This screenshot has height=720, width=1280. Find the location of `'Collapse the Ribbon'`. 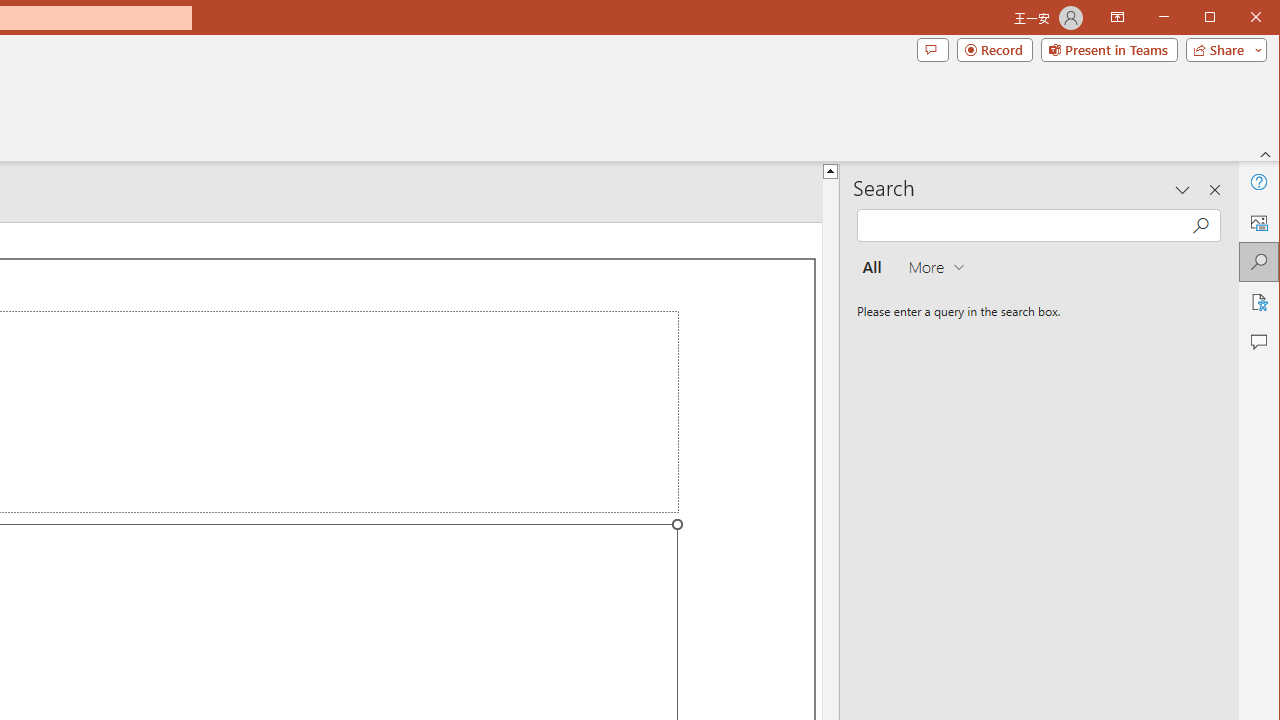

'Collapse the Ribbon' is located at coordinates (1265, 153).